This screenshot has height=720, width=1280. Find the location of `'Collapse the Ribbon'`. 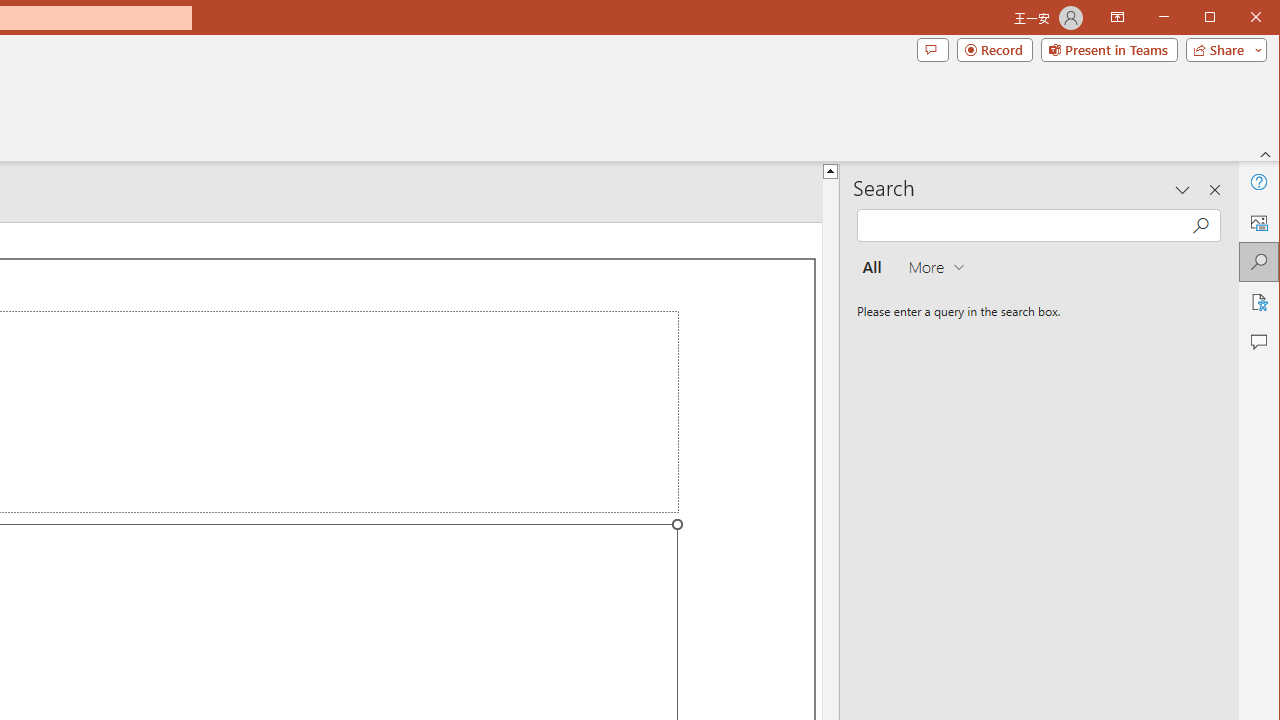

'Collapse the Ribbon' is located at coordinates (1265, 153).